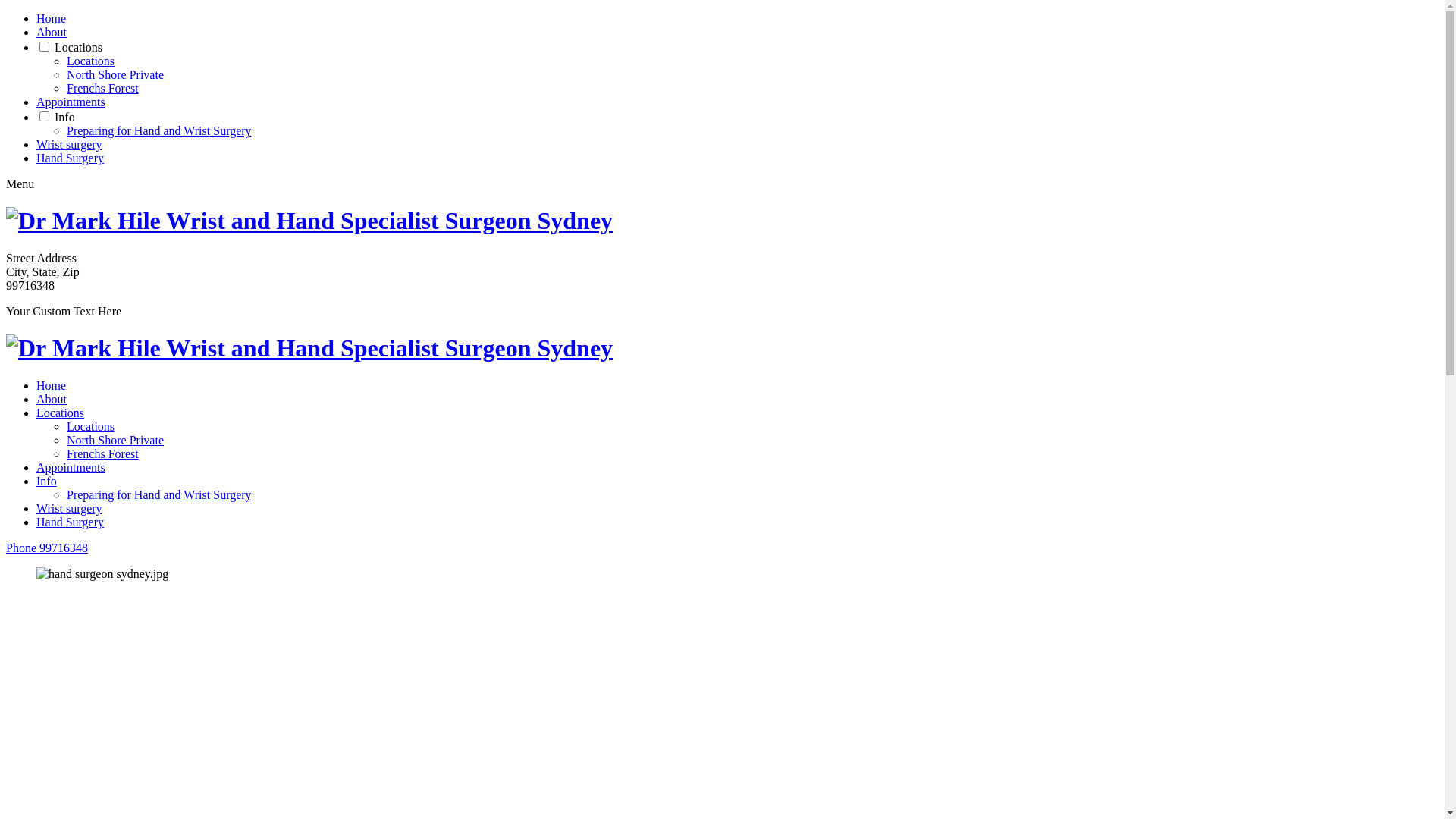  What do you see at coordinates (60, 413) in the screenshot?
I see `'Locations'` at bounding box center [60, 413].